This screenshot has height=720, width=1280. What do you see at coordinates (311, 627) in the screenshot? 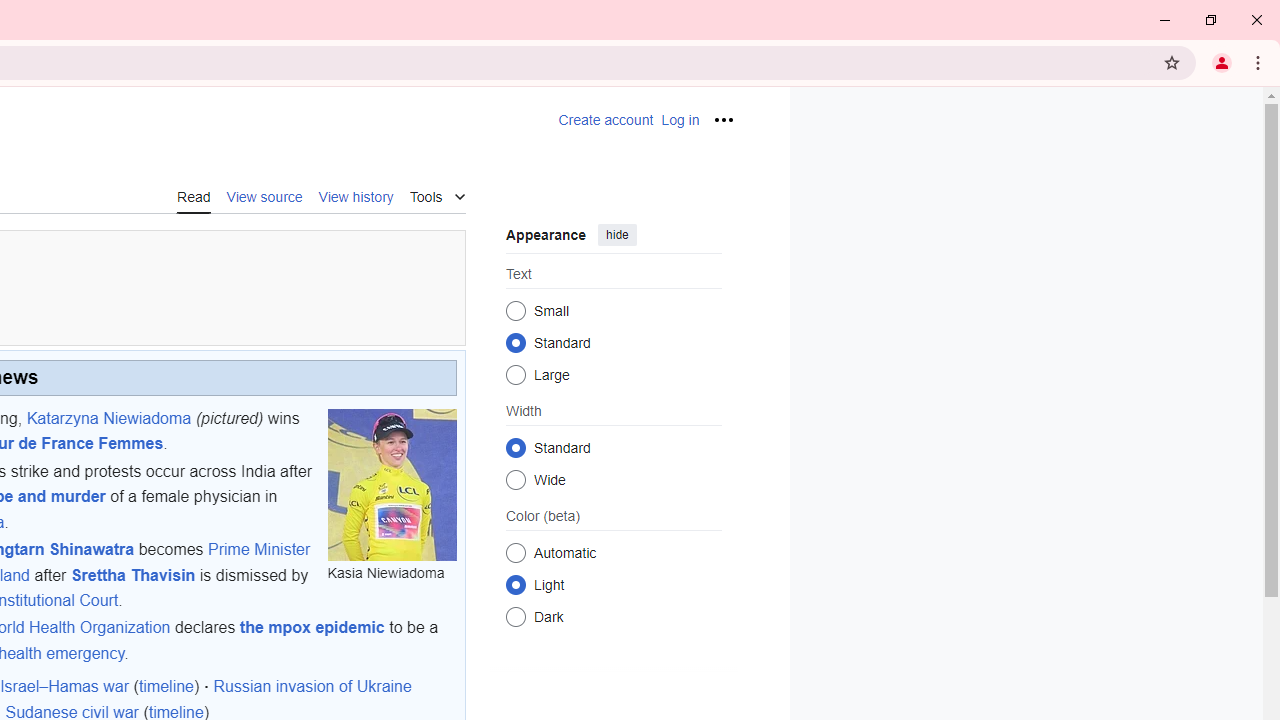
I see `'the mpox epidemic'` at bounding box center [311, 627].